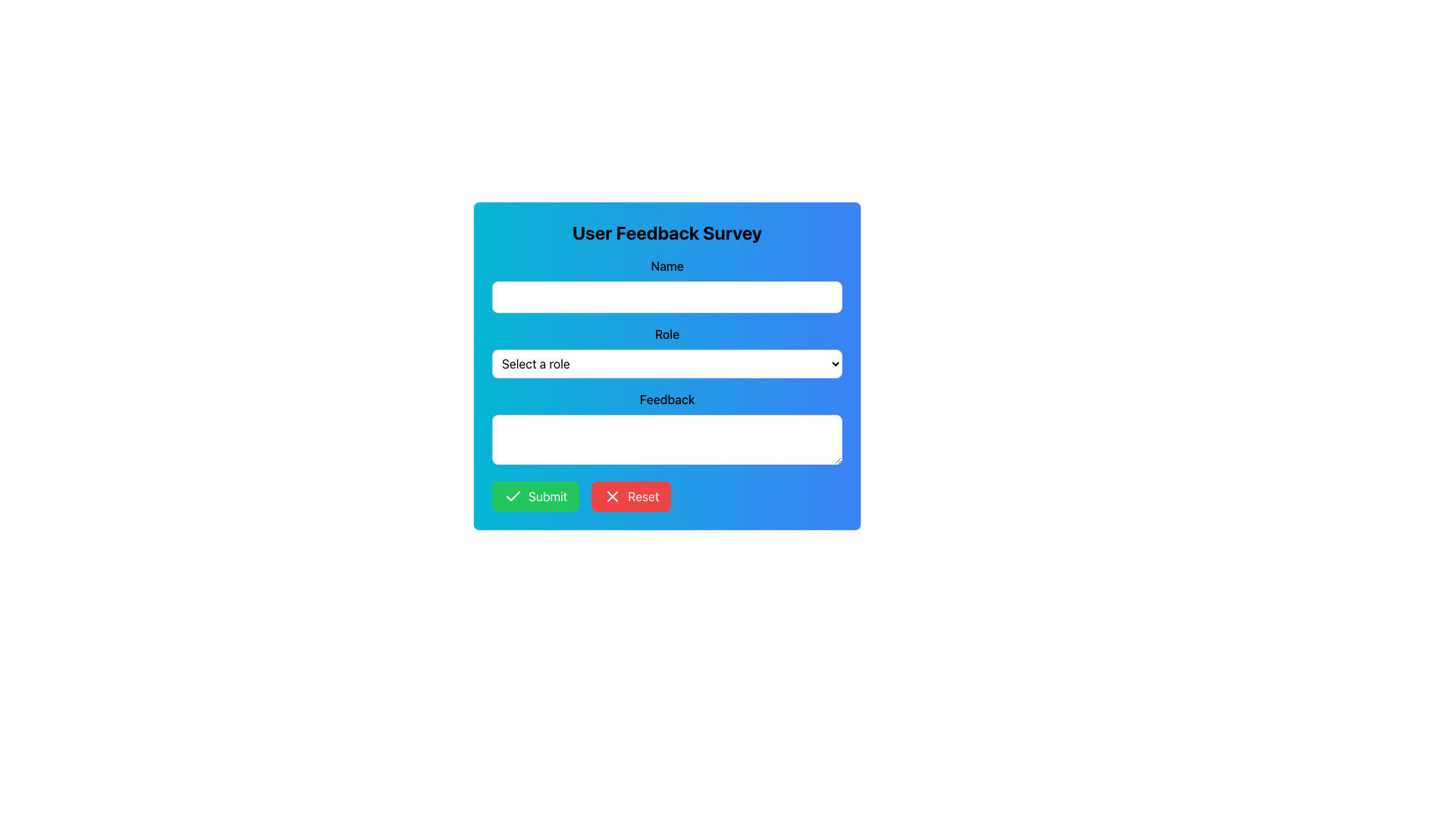 The height and width of the screenshot is (819, 1456). What do you see at coordinates (667, 399) in the screenshot?
I see `the Text Label that serves as a context for the input field below it, located in the lower half of the user feedback survey section` at bounding box center [667, 399].